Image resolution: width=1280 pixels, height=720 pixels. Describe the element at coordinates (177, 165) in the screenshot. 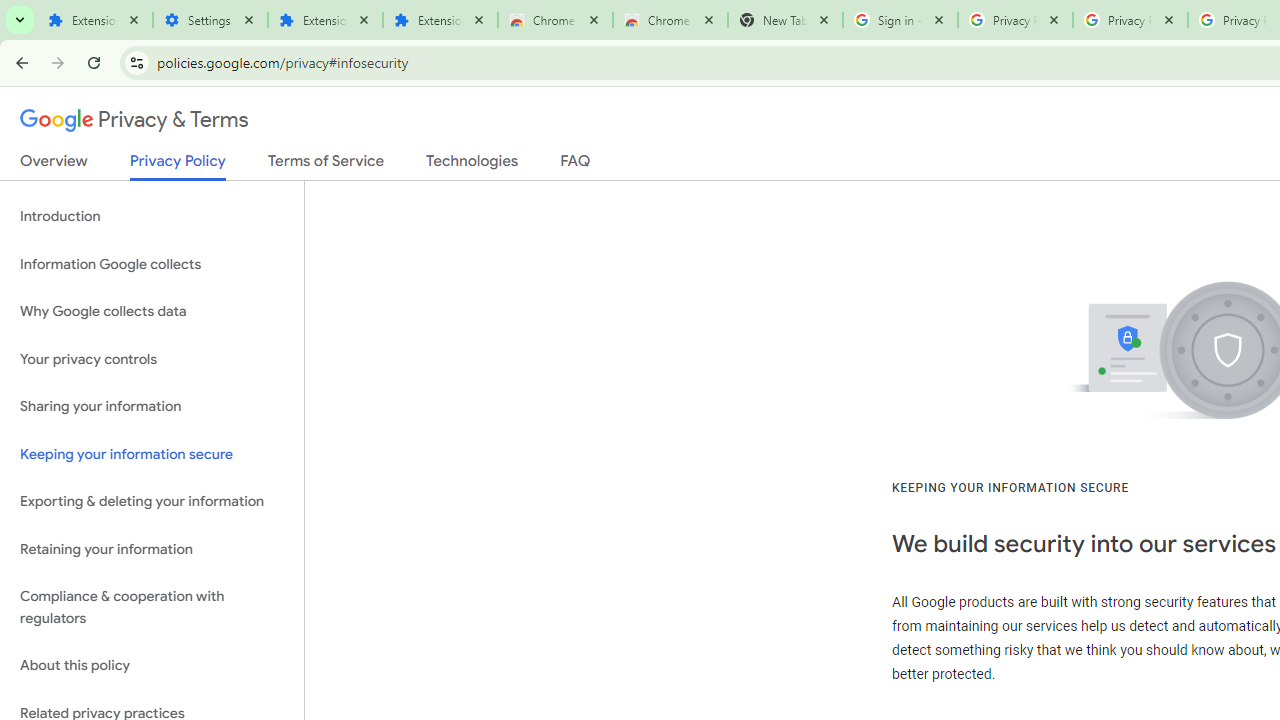

I see `'Privacy Policy'` at that location.